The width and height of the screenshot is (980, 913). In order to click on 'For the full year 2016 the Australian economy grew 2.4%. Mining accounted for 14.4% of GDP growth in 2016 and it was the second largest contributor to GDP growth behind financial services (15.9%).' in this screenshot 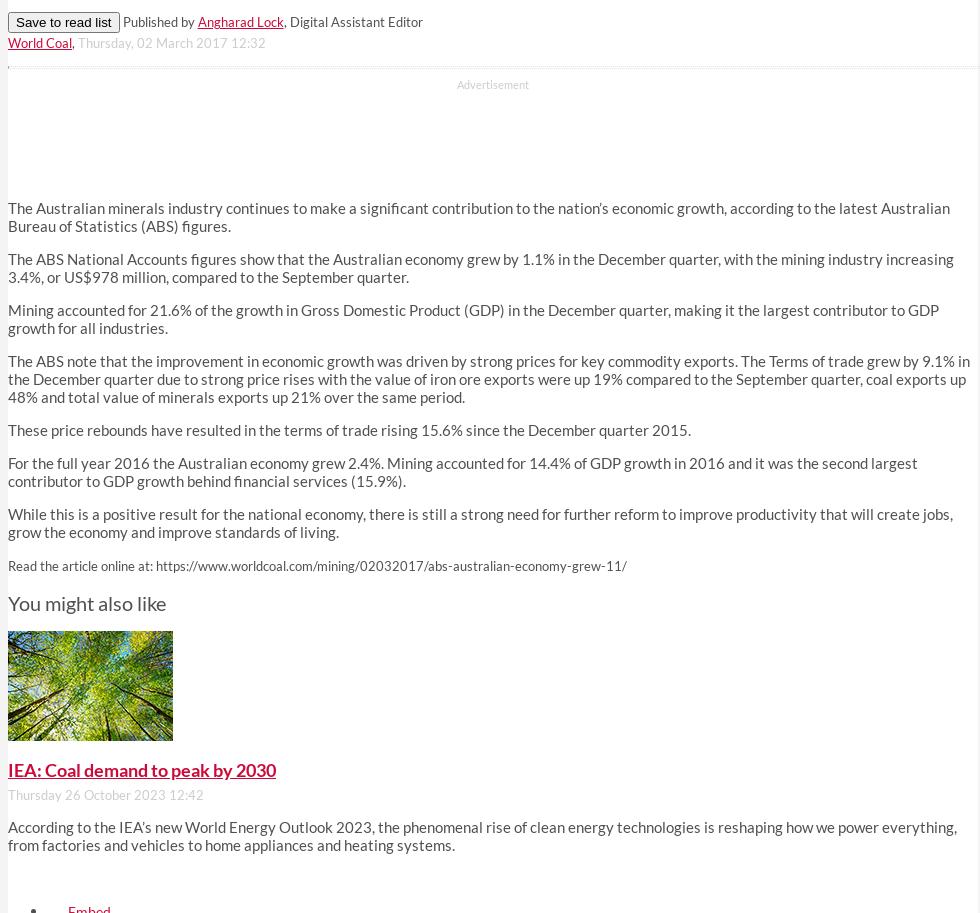, I will do `click(462, 471)`.